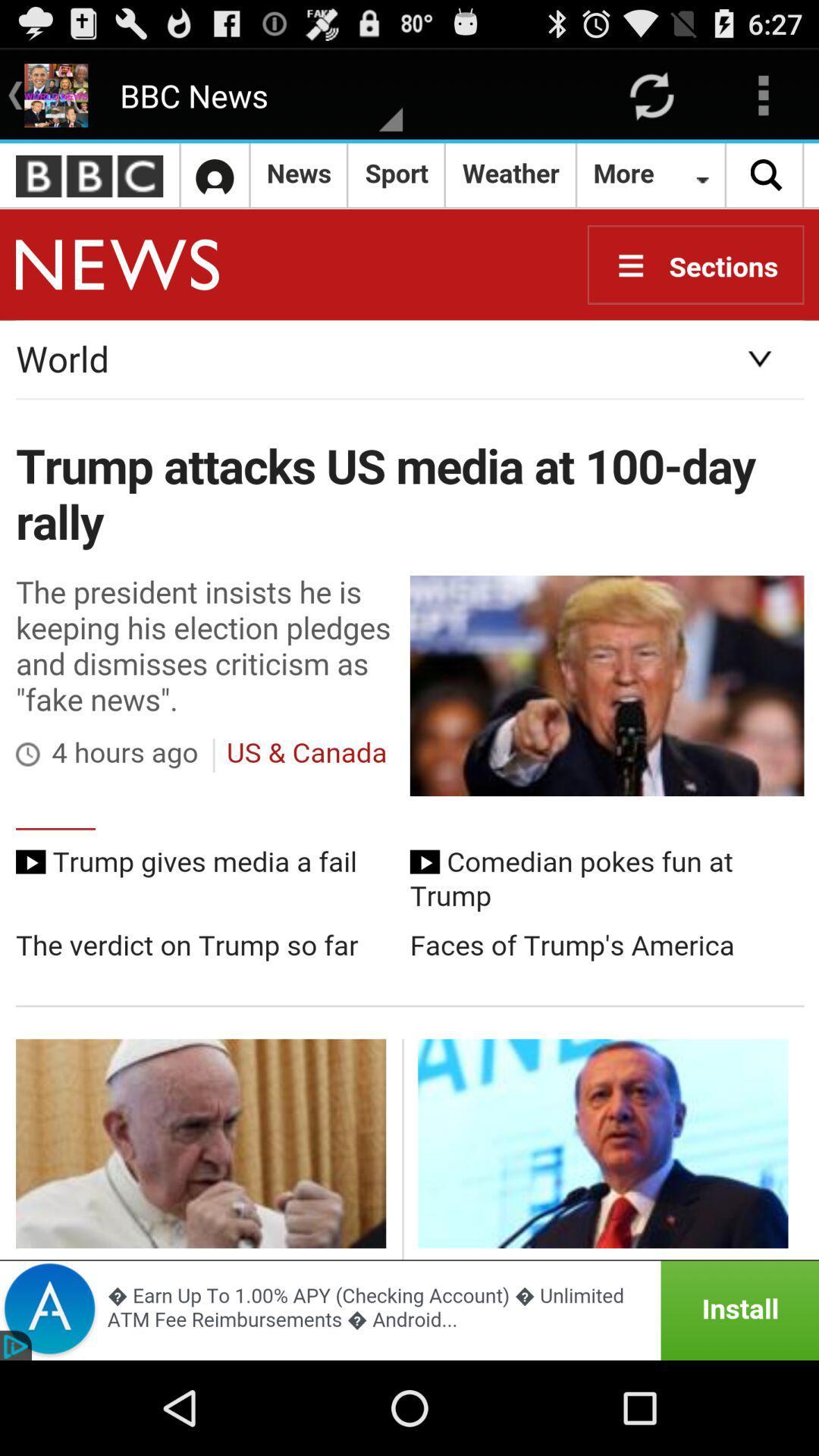  Describe the element at coordinates (409, 1310) in the screenshot. I see `open advert` at that location.